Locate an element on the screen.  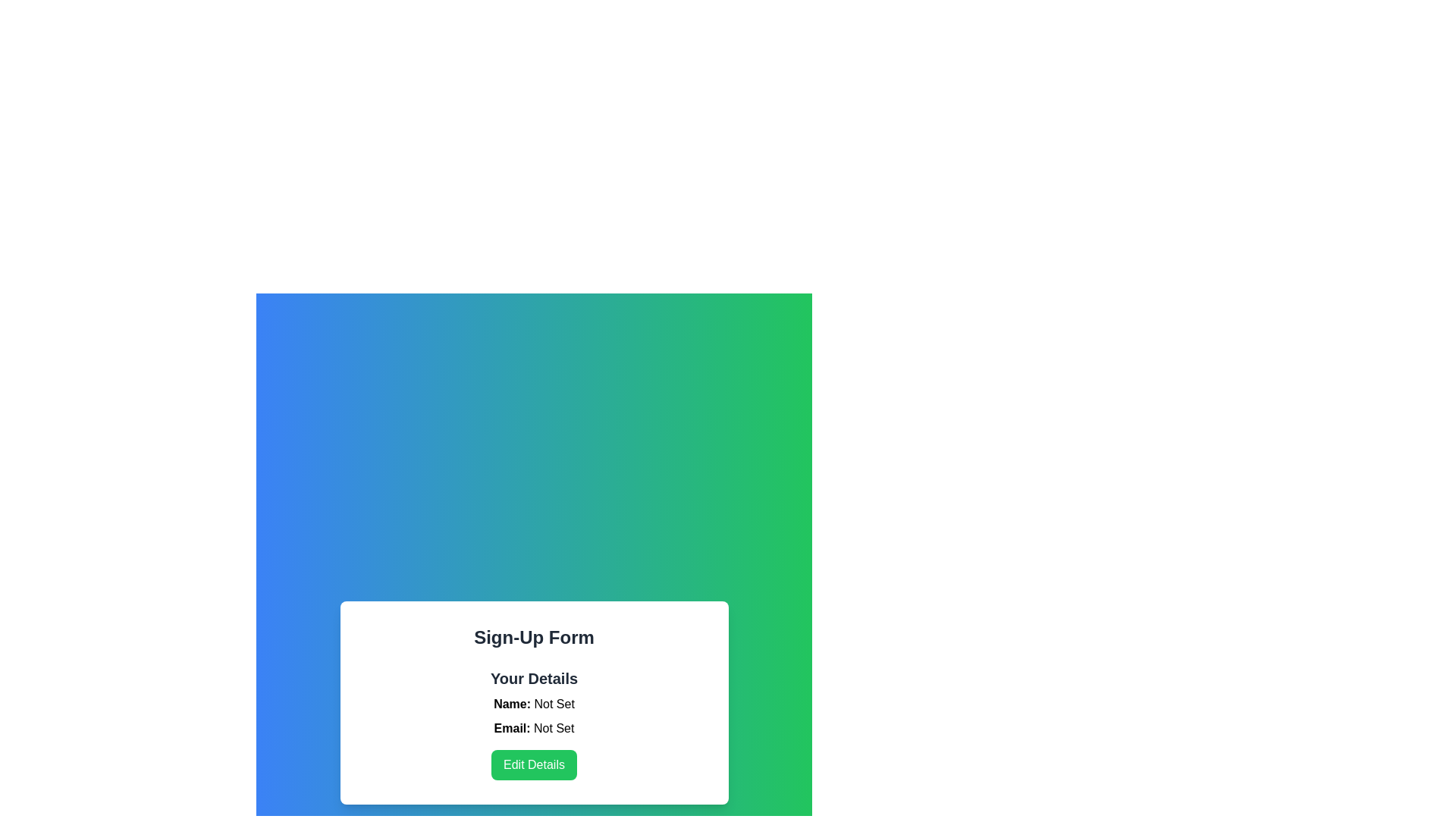
the edit button located below the 'Email: Not Set' text in the 'Your Details' section is located at coordinates (534, 765).